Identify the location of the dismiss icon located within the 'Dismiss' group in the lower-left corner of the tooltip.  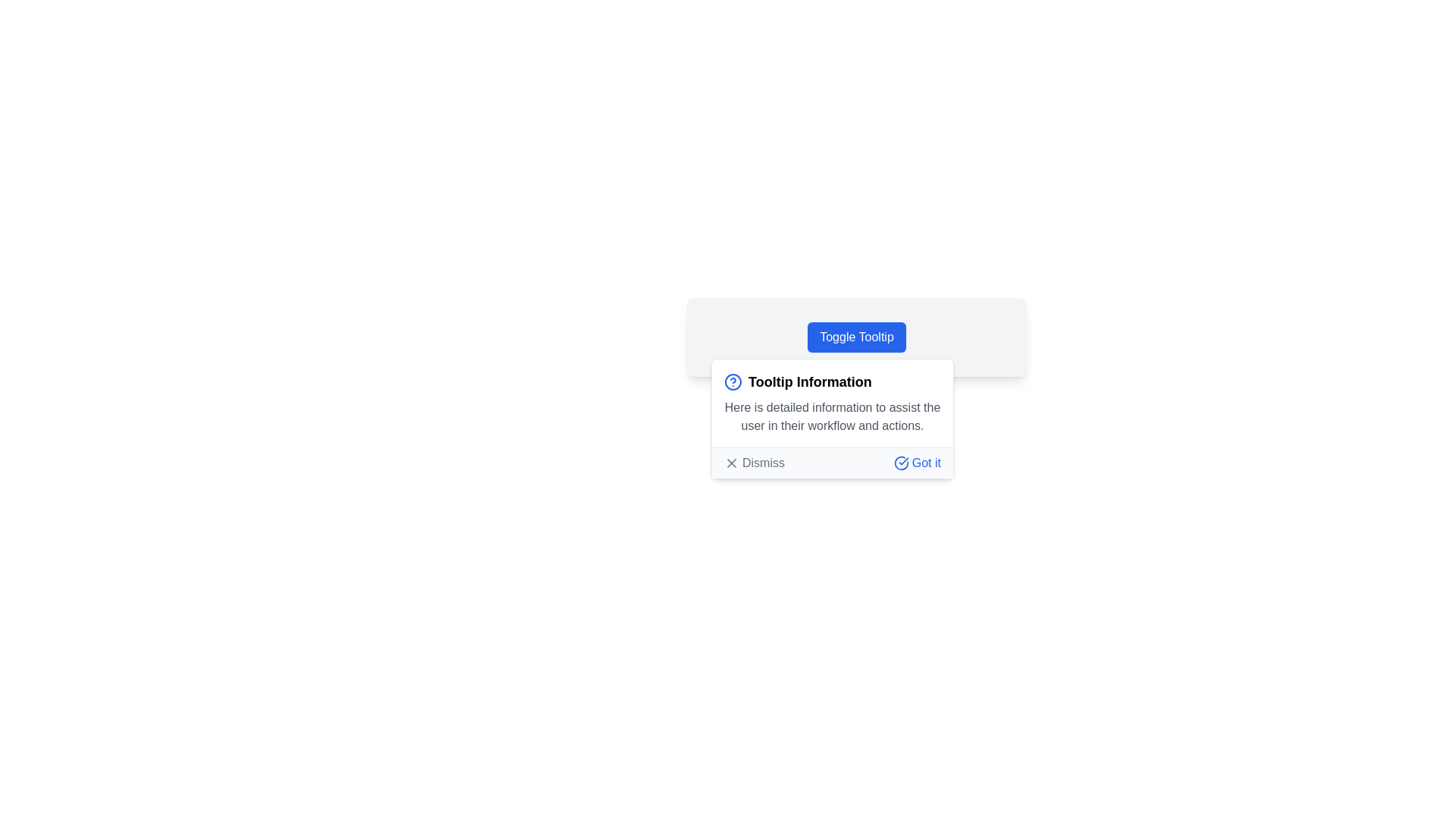
(731, 462).